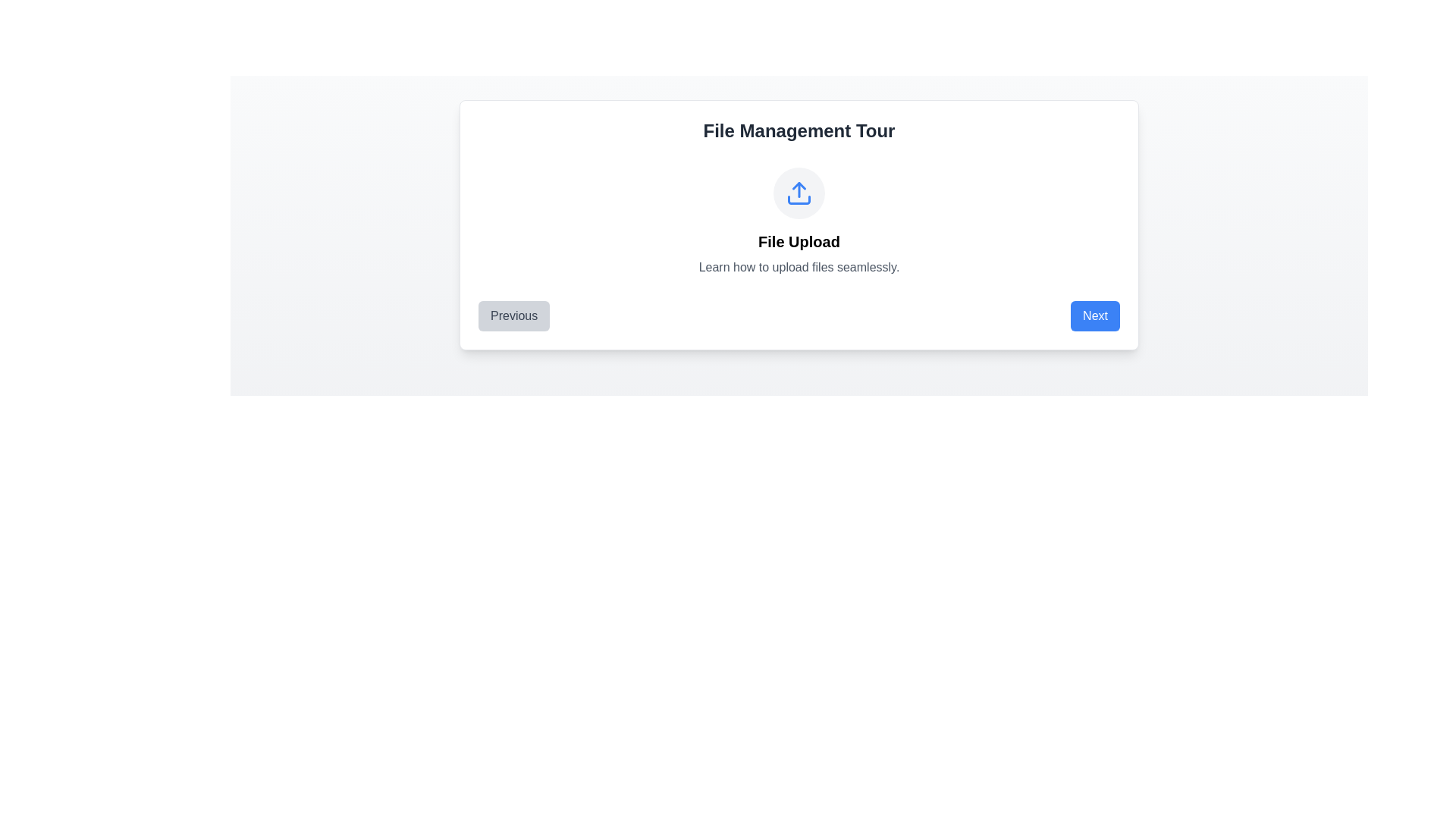 This screenshot has height=819, width=1456. Describe the element at coordinates (799, 192) in the screenshot. I see `the upload icon, which is a blue arrow pointing upward over a horizontal line within a circular light gray background, located in the center of the 'File Management Tour' card` at that location.